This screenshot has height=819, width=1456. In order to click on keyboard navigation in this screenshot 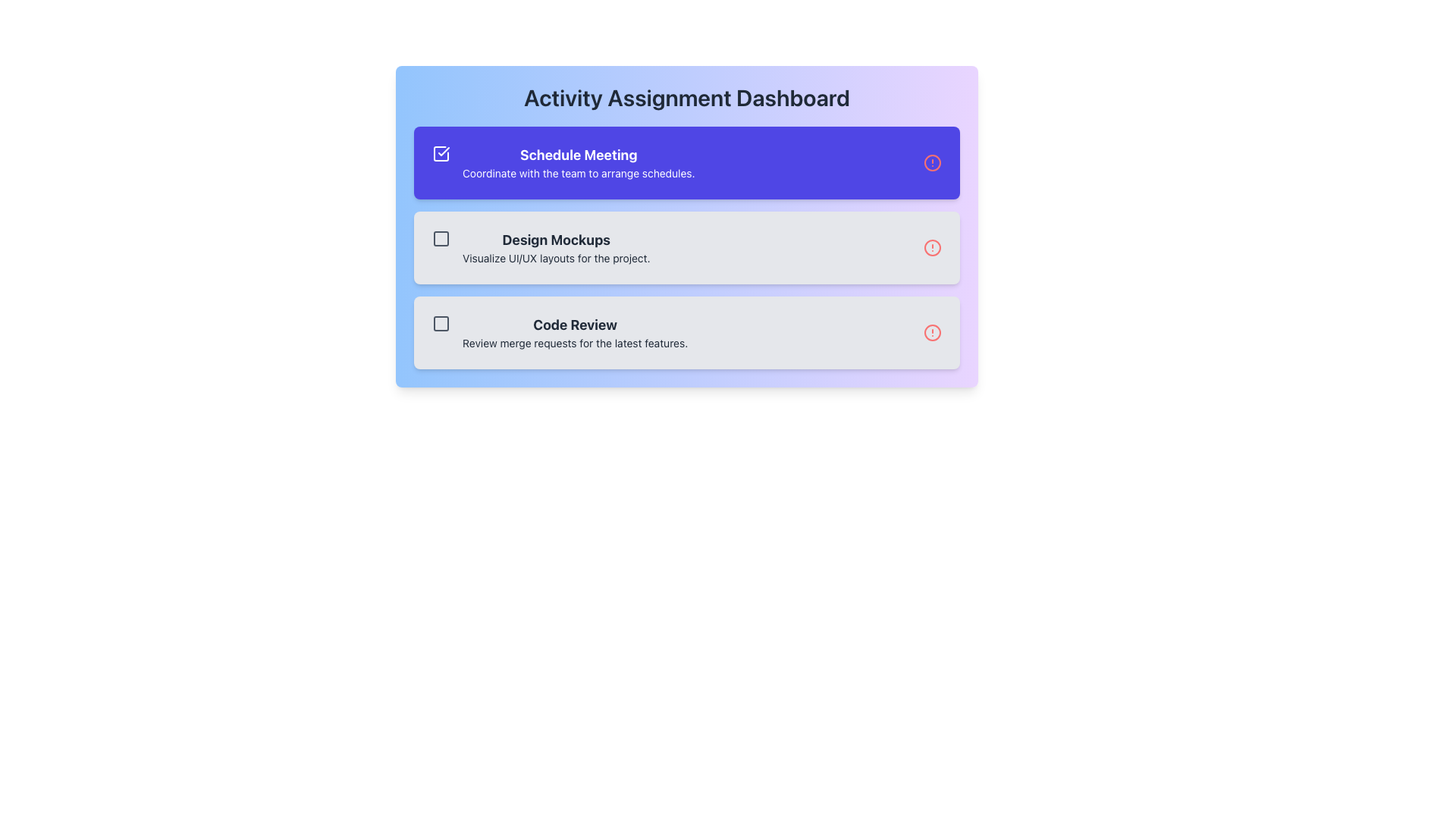, I will do `click(440, 154)`.